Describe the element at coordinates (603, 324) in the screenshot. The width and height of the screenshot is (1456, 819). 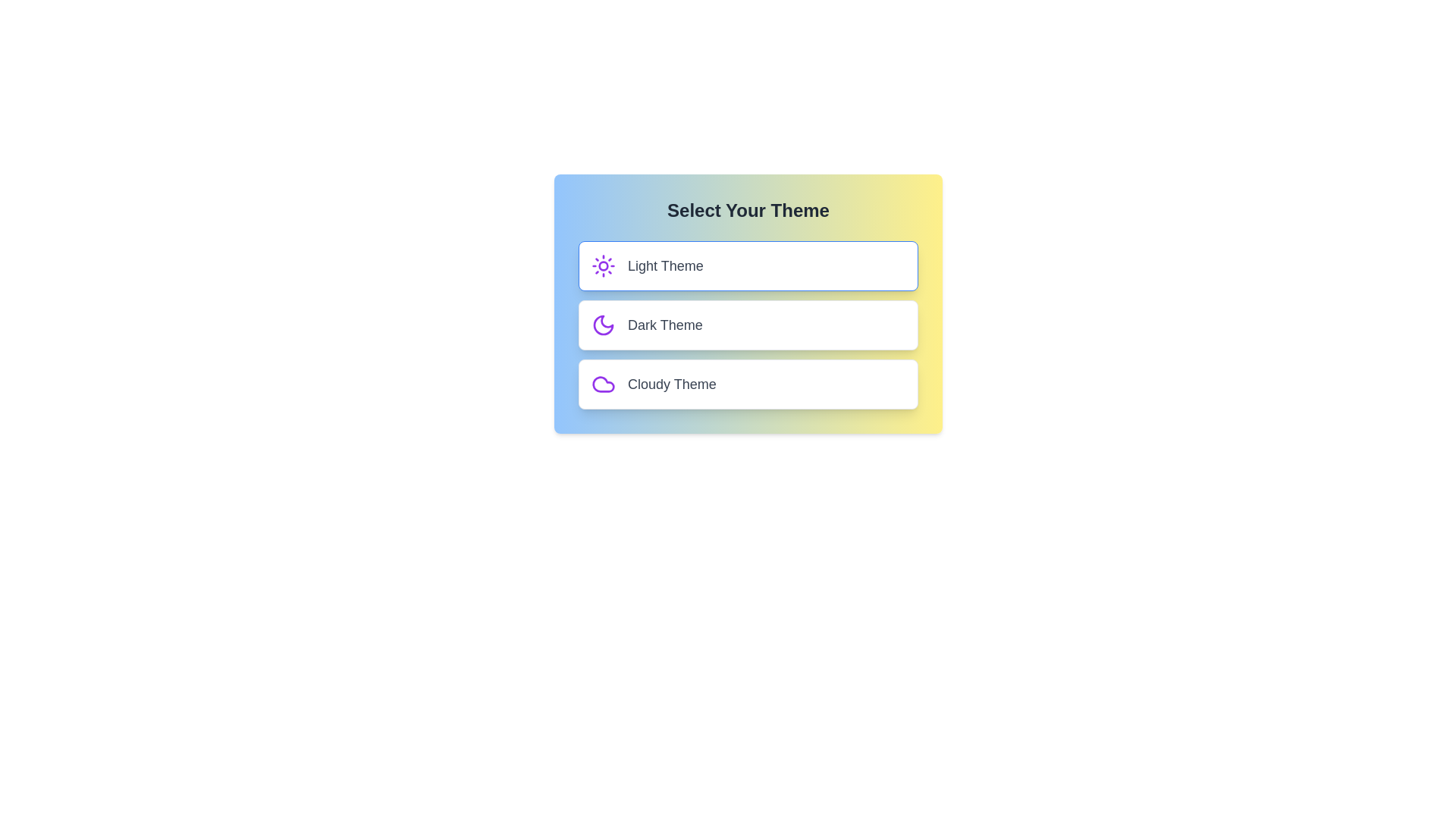
I see `the graphical icon representing the moon shape with a purple outline, located to the left of the 'Dark Theme' text within the middle option box` at that location.